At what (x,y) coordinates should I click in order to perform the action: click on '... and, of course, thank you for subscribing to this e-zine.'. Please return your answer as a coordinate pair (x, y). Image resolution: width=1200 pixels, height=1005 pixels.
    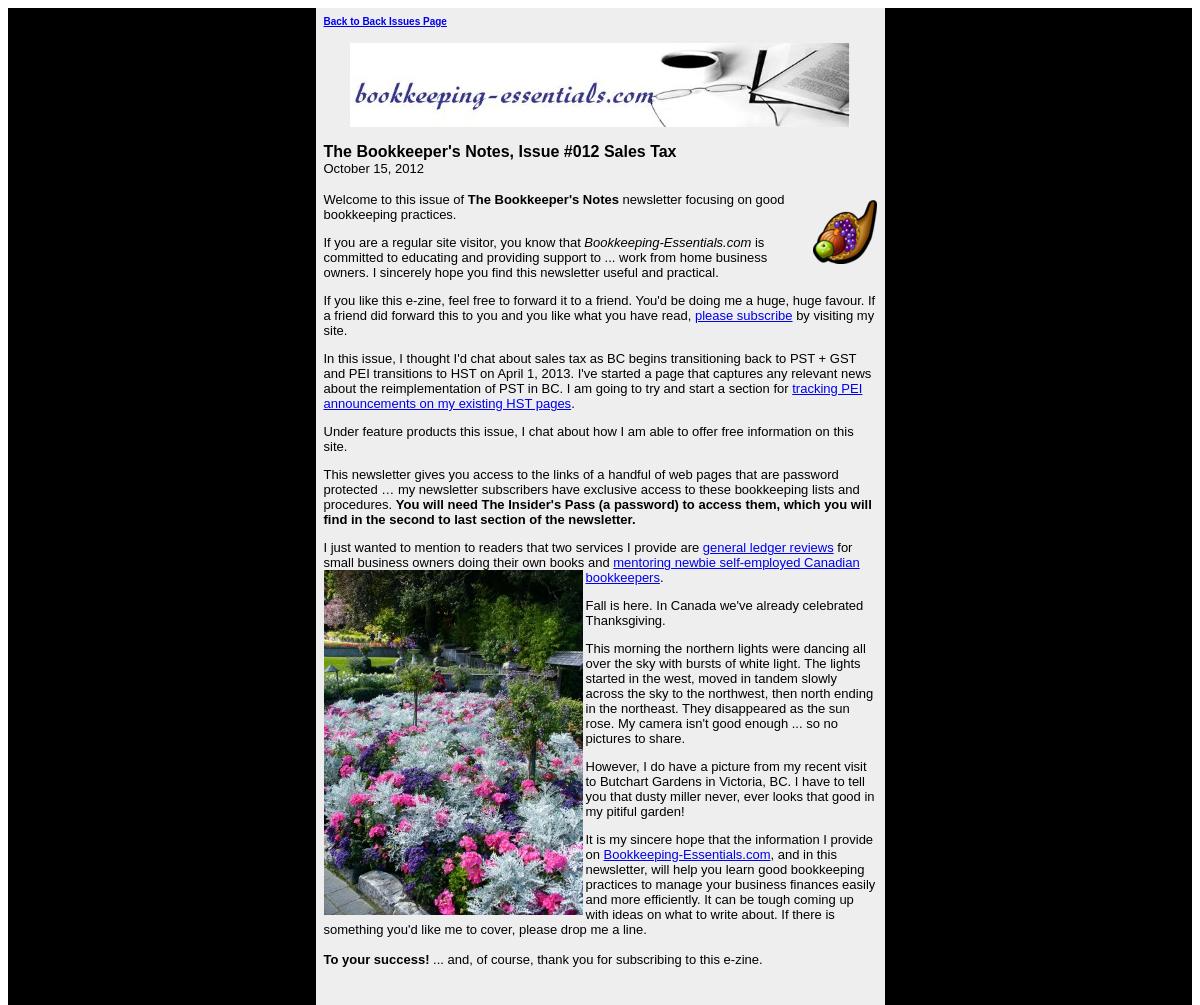
    Looking at the image, I should click on (429, 958).